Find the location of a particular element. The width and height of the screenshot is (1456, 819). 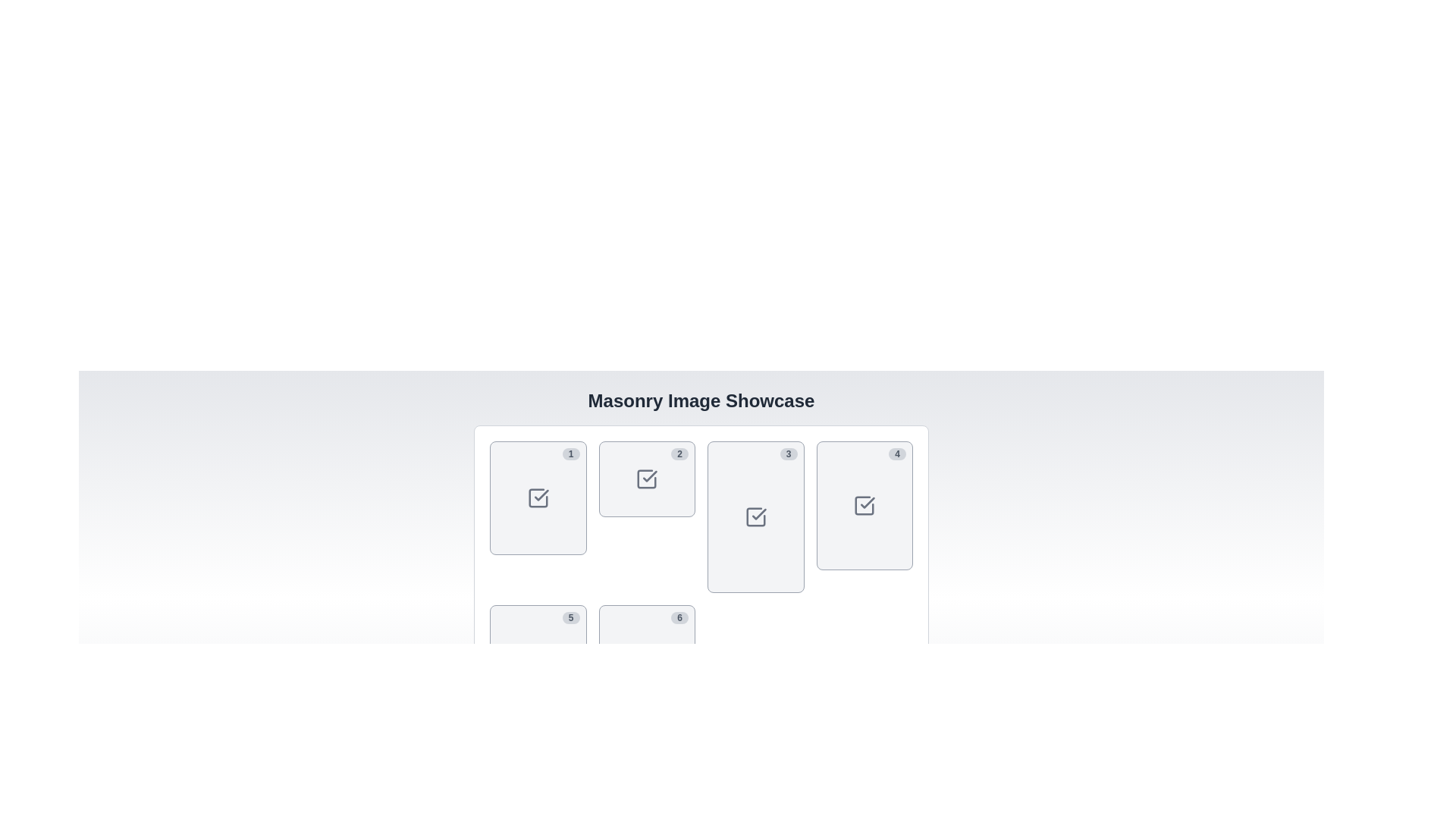

the interactive card or box element located in the top-left corner of the grid layout, which features a checkmark icon is located at coordinates (538, 497).